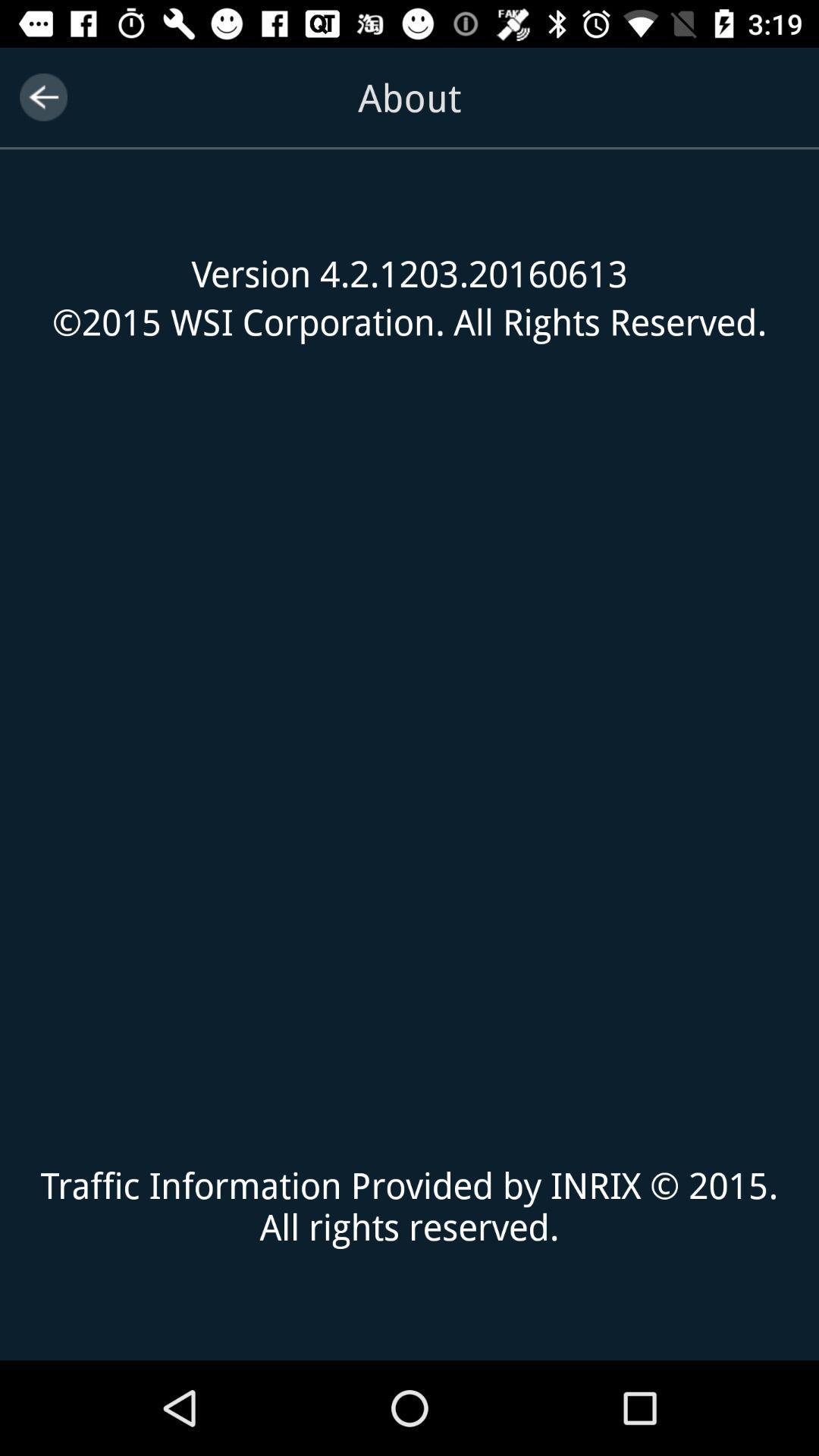  Describe the element at coordinates (42, 96) in the screenshot. I see `the arrow_backward icon` at that location.